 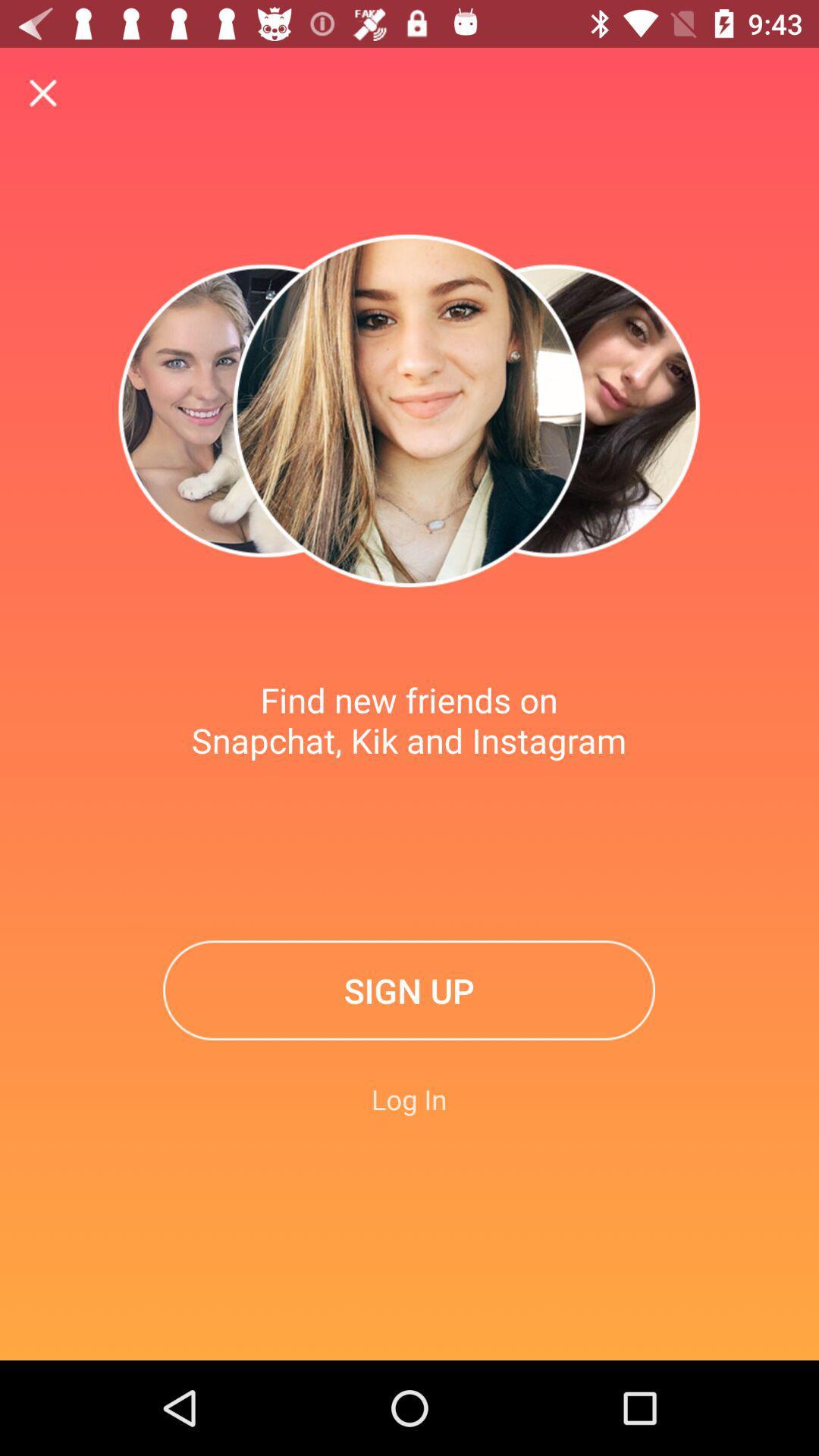 I want to click on the log in item, so click(x=408, y=1099).